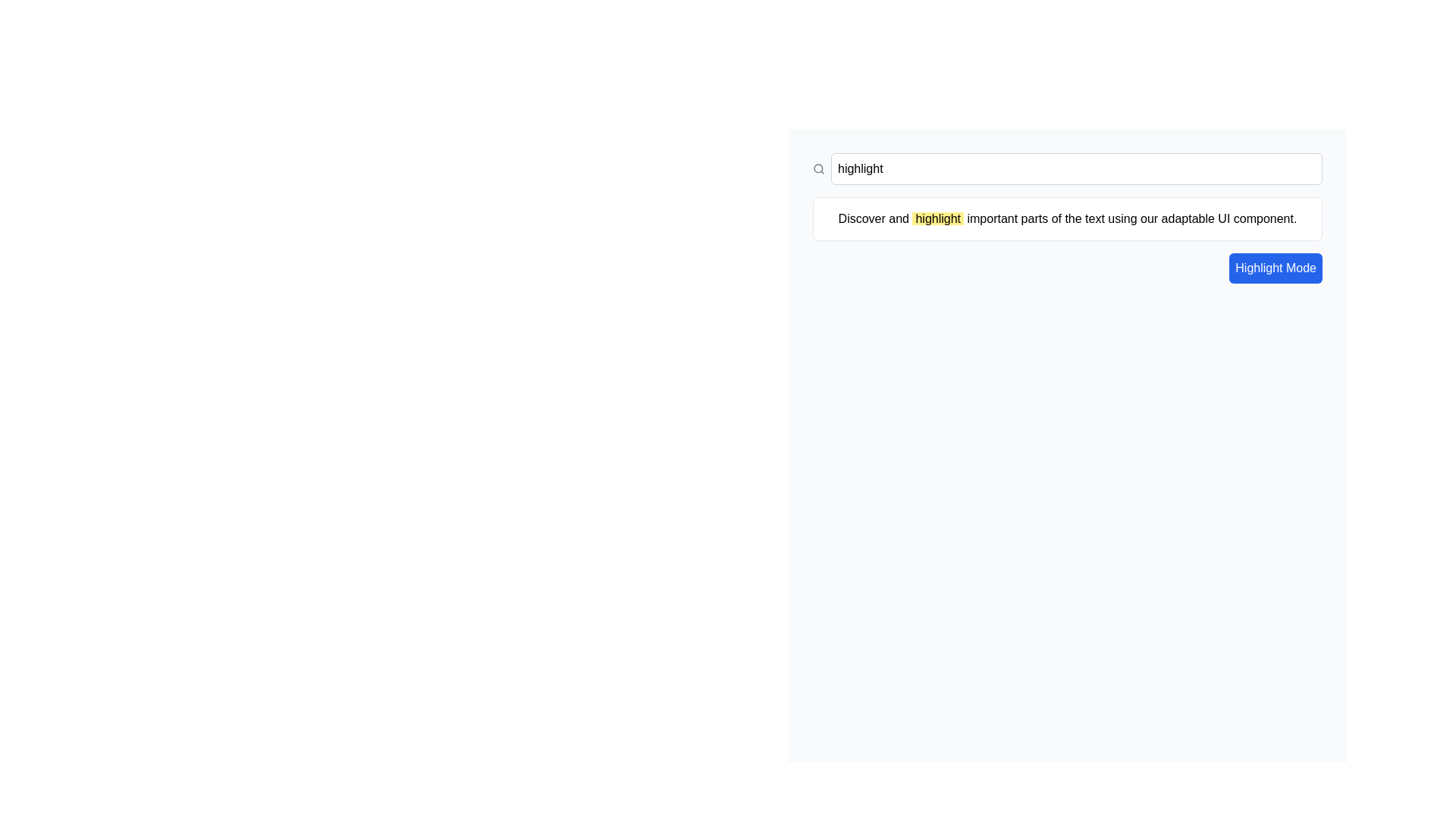 The width and height of the screenshot is (1456, 819). Describe the element at coordinates (875, 218) in the screenshot. I see `the text element reading 'Discover and', which is positioned near the top-center of the interface as the first of three contiguous text nodes` at that location.